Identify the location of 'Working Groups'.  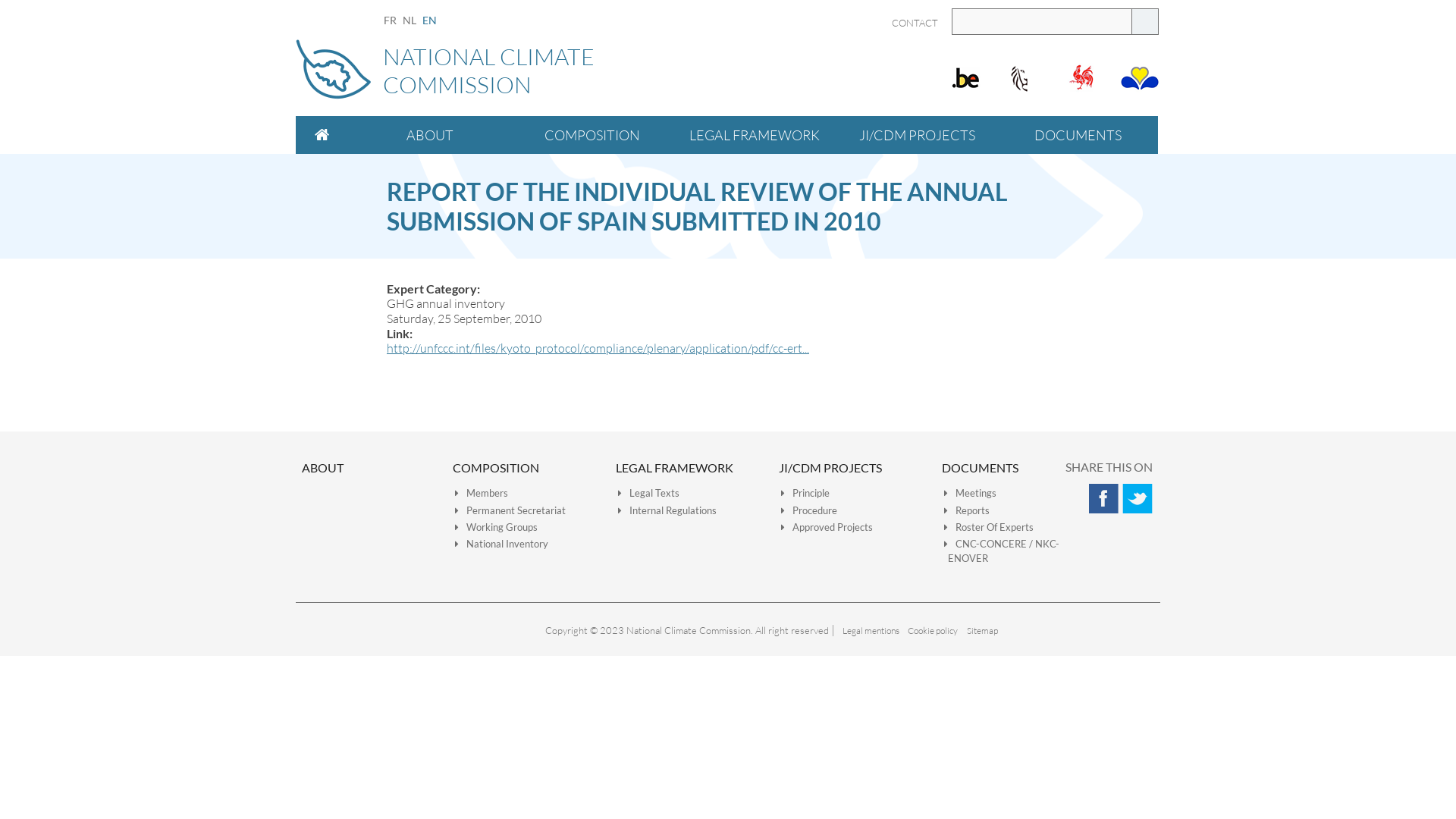
(496, 526).